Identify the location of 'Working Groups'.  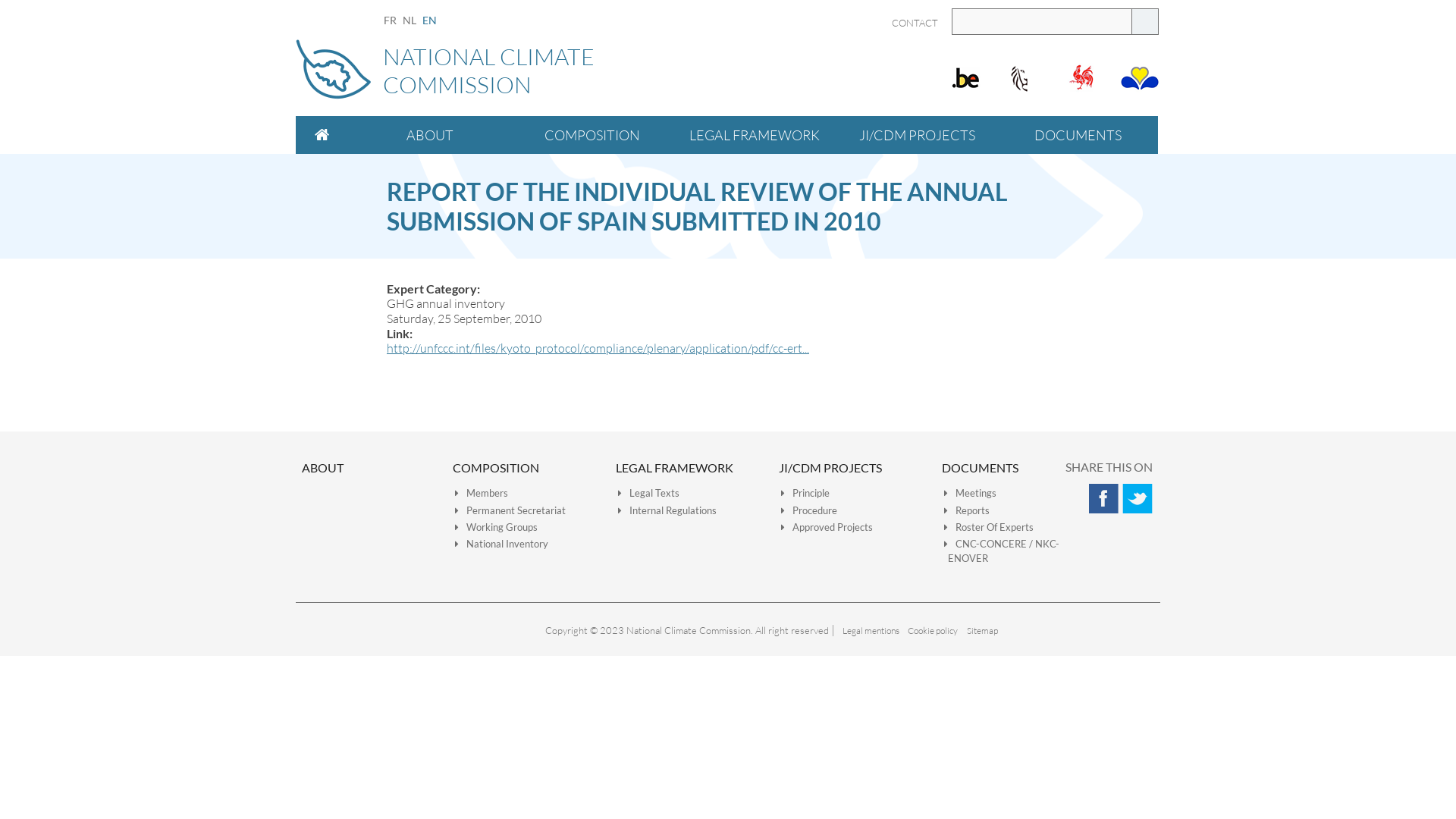
(496, 526).